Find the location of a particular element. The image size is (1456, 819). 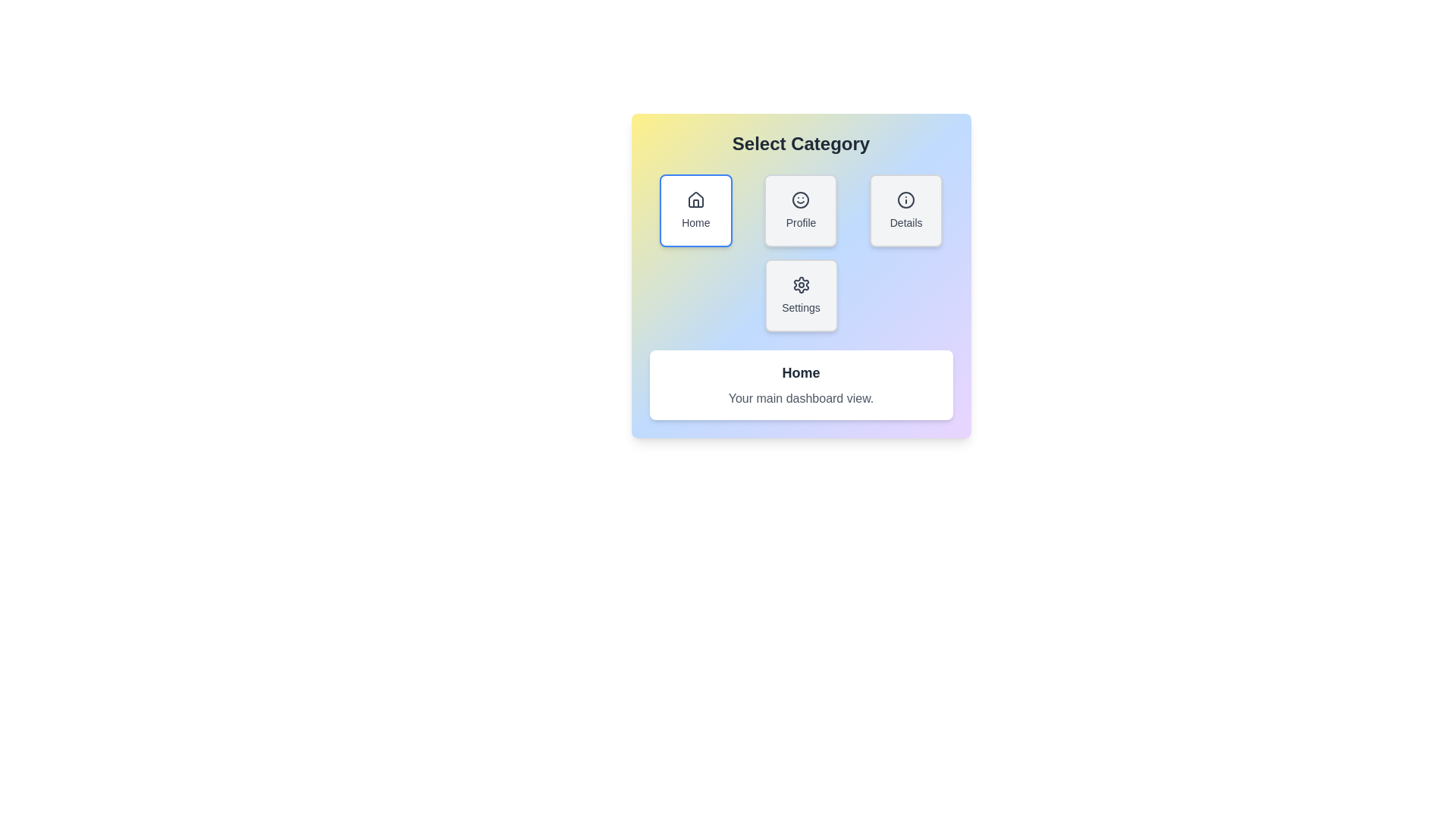

text label 'Home' located within the rectangular button at the top-left of a 2x2 grid of buttons is located at coordinates (695, 222).